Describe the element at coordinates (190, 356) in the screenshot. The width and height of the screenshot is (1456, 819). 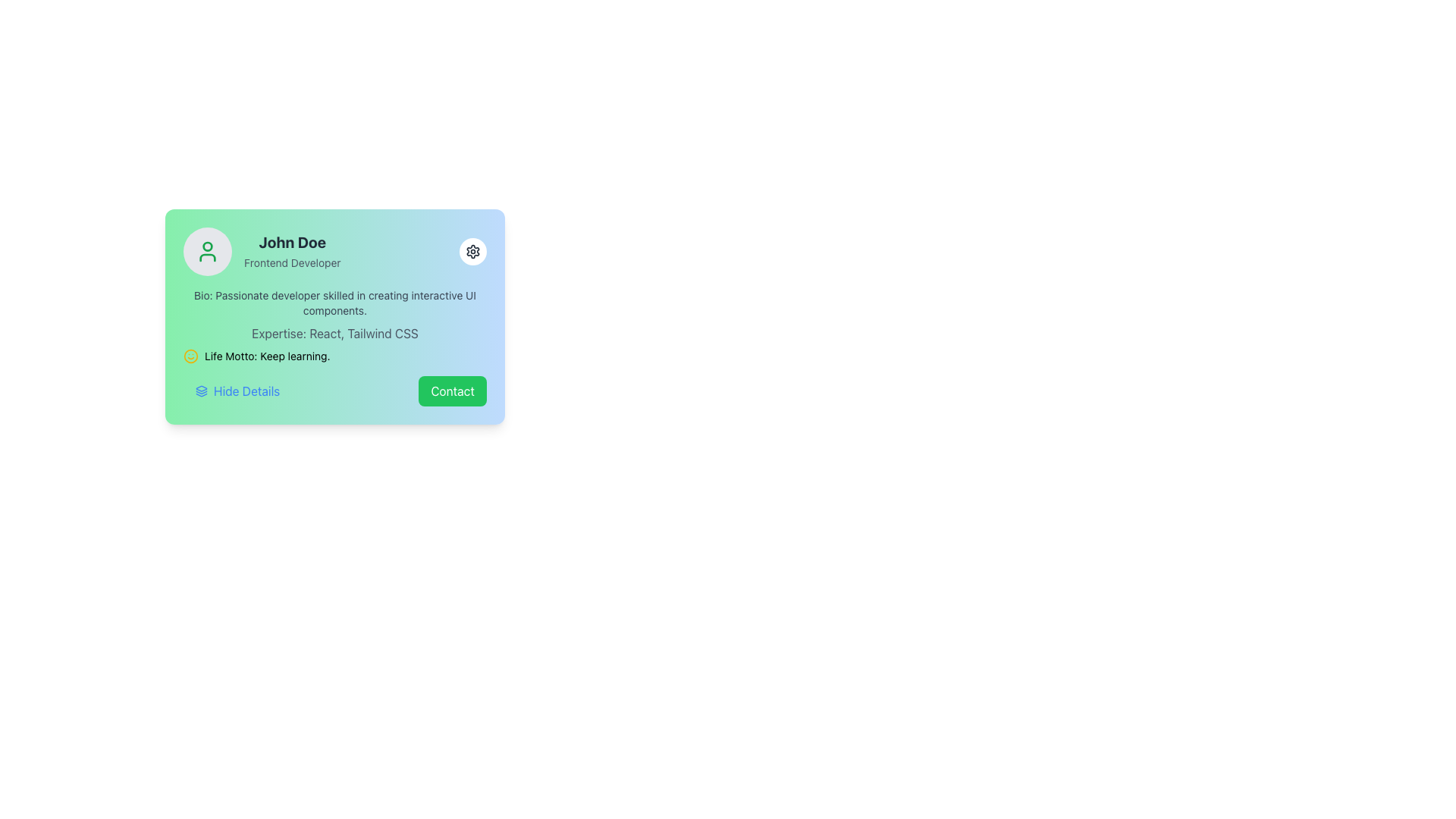
I see `the yellow circular smiley face icon located to the left of the text 'Life Motto: Keep learning.'` at that location.